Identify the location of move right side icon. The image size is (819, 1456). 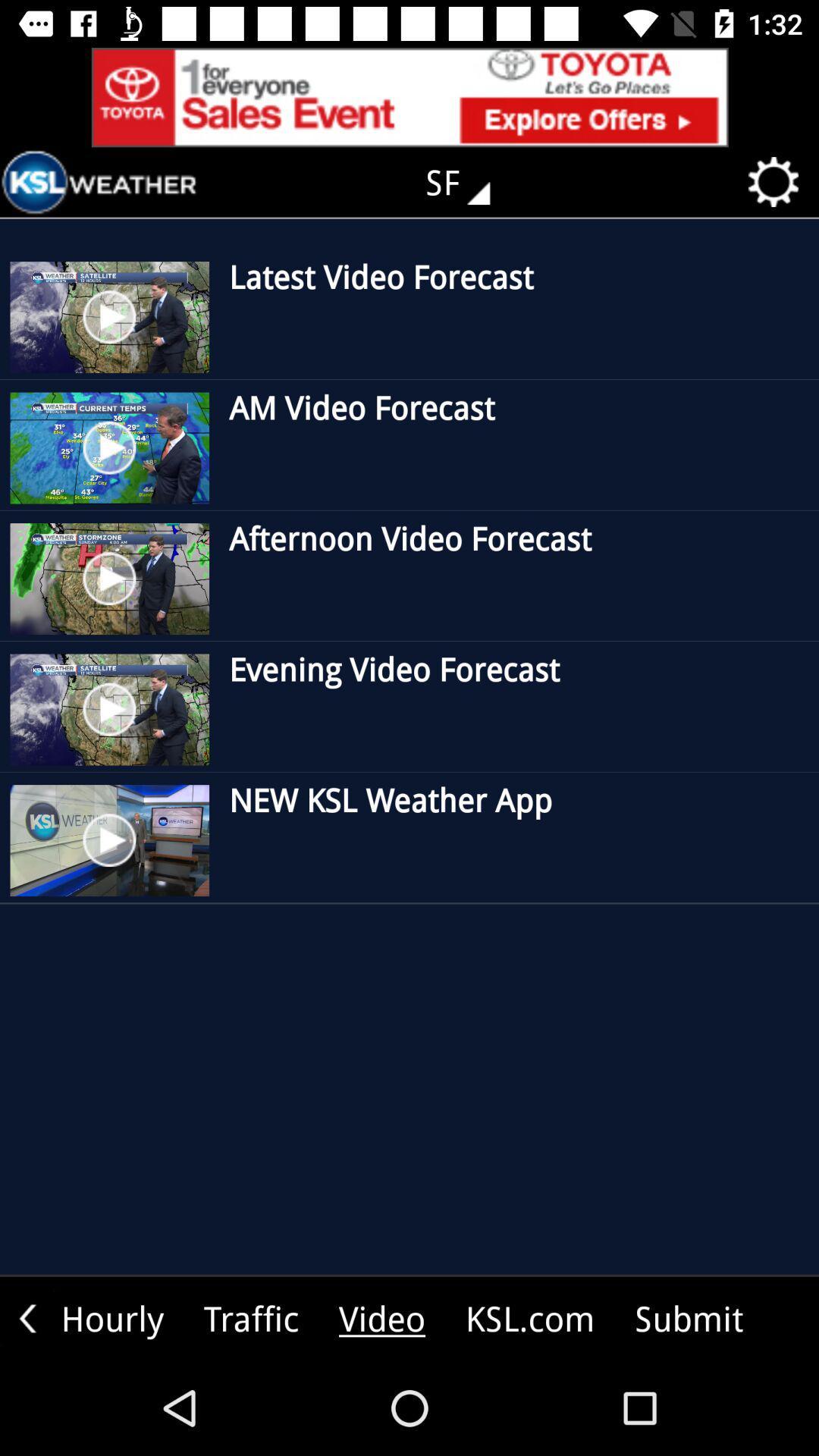
(27, 1317).